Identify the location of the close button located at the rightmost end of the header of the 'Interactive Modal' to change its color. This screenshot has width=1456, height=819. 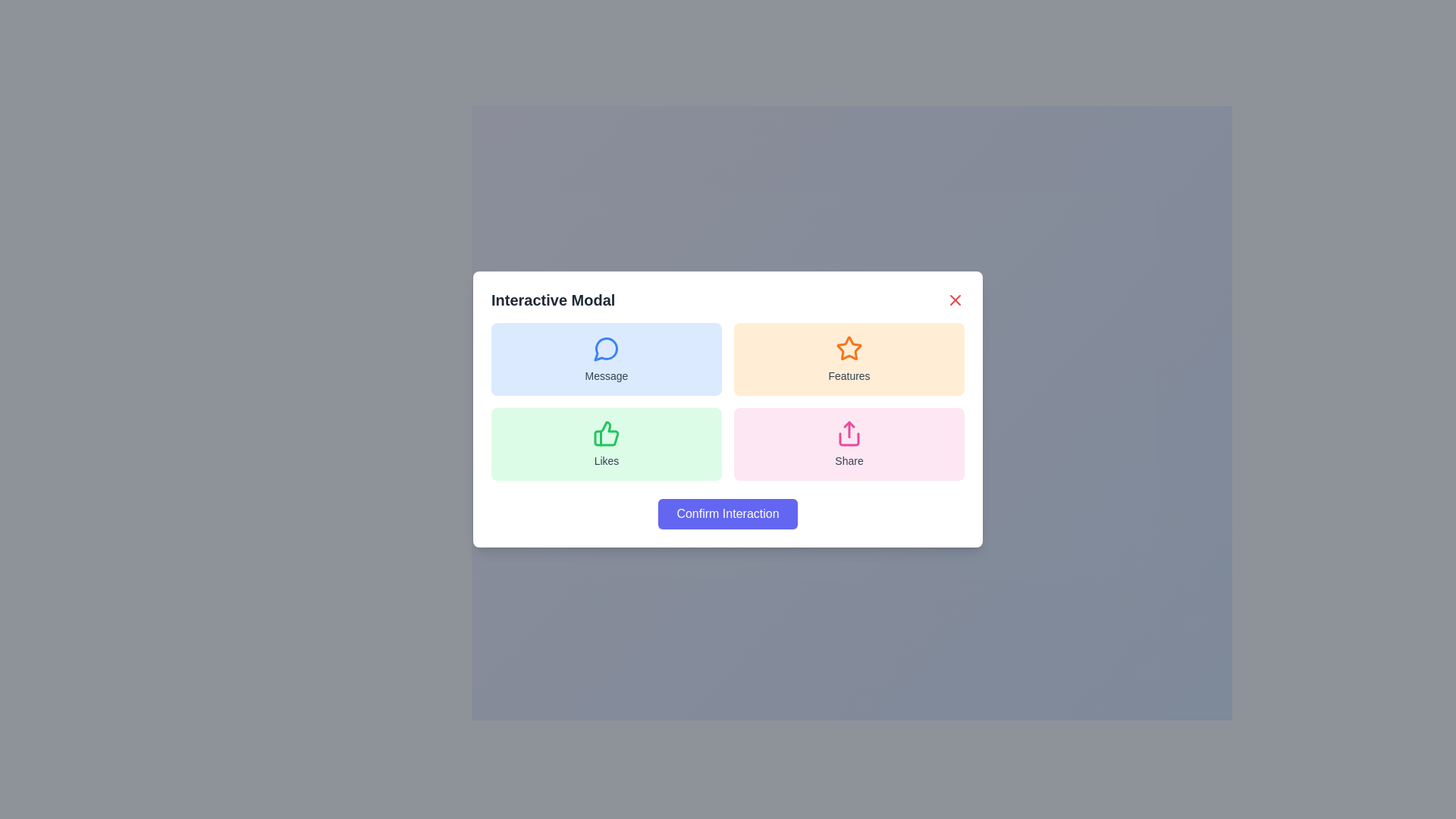
(954, 300).